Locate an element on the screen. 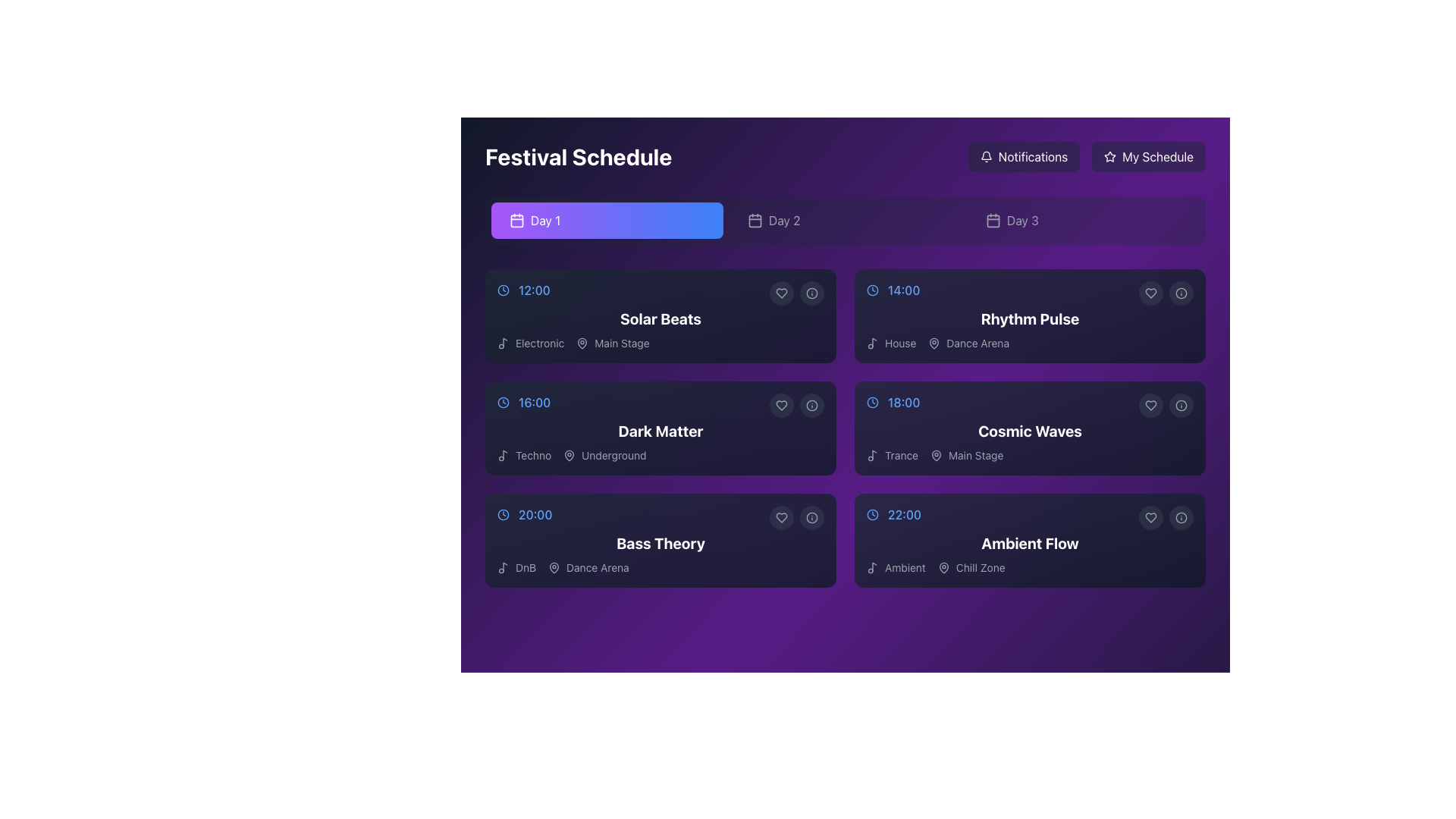 The image size is (1456, 819). the text label displaying 'Techno' which is positioned under the 'Dark Matter' event box and adjacent to a musical note icon is located at coordinates (533, 455).